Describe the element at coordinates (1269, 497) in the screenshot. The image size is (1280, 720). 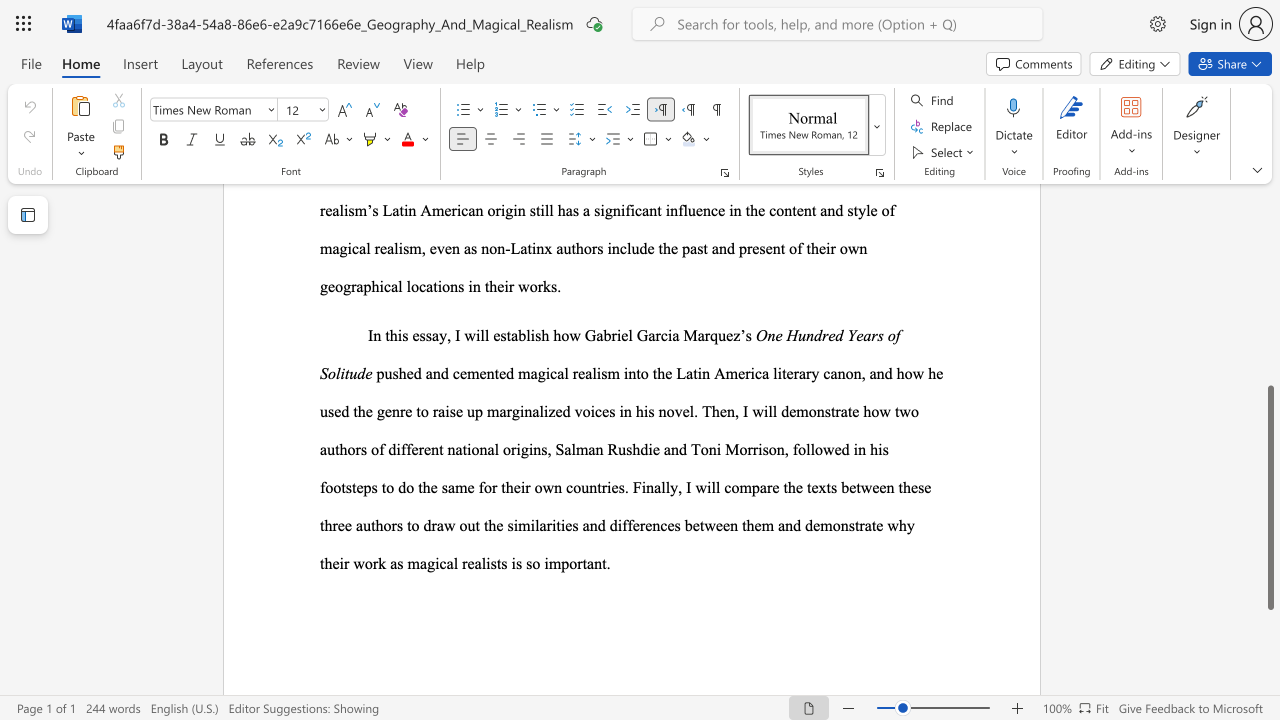
I see `the scrollbar and move down 160 pixels` at that location.